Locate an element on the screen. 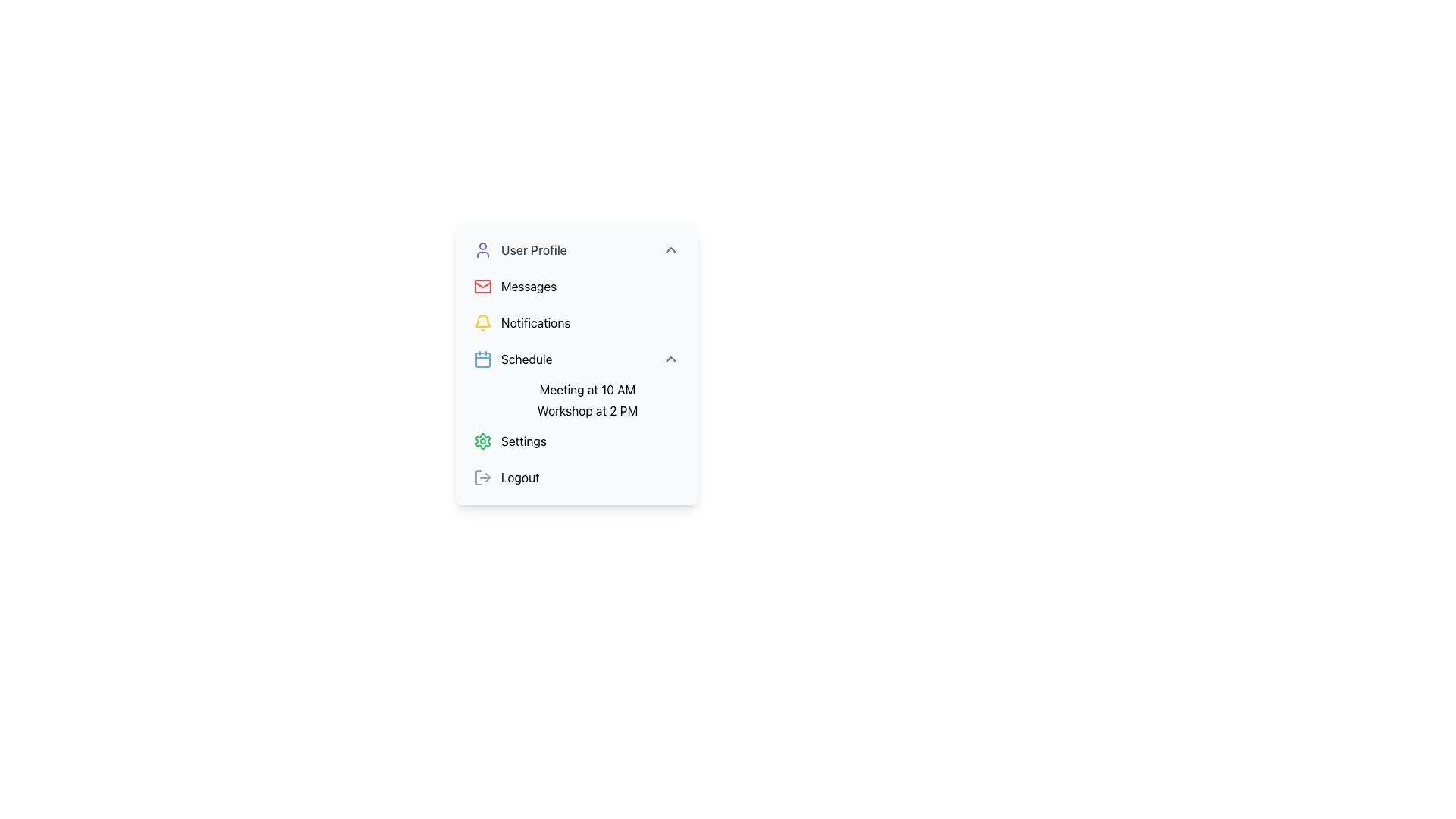  the Text block that displays the schedule or list of upcoming events or reminders, located below the 'Schedule' menu item and above the 'Settings' menu item in the vertical navigation menu is located at coordinates (576, 400).